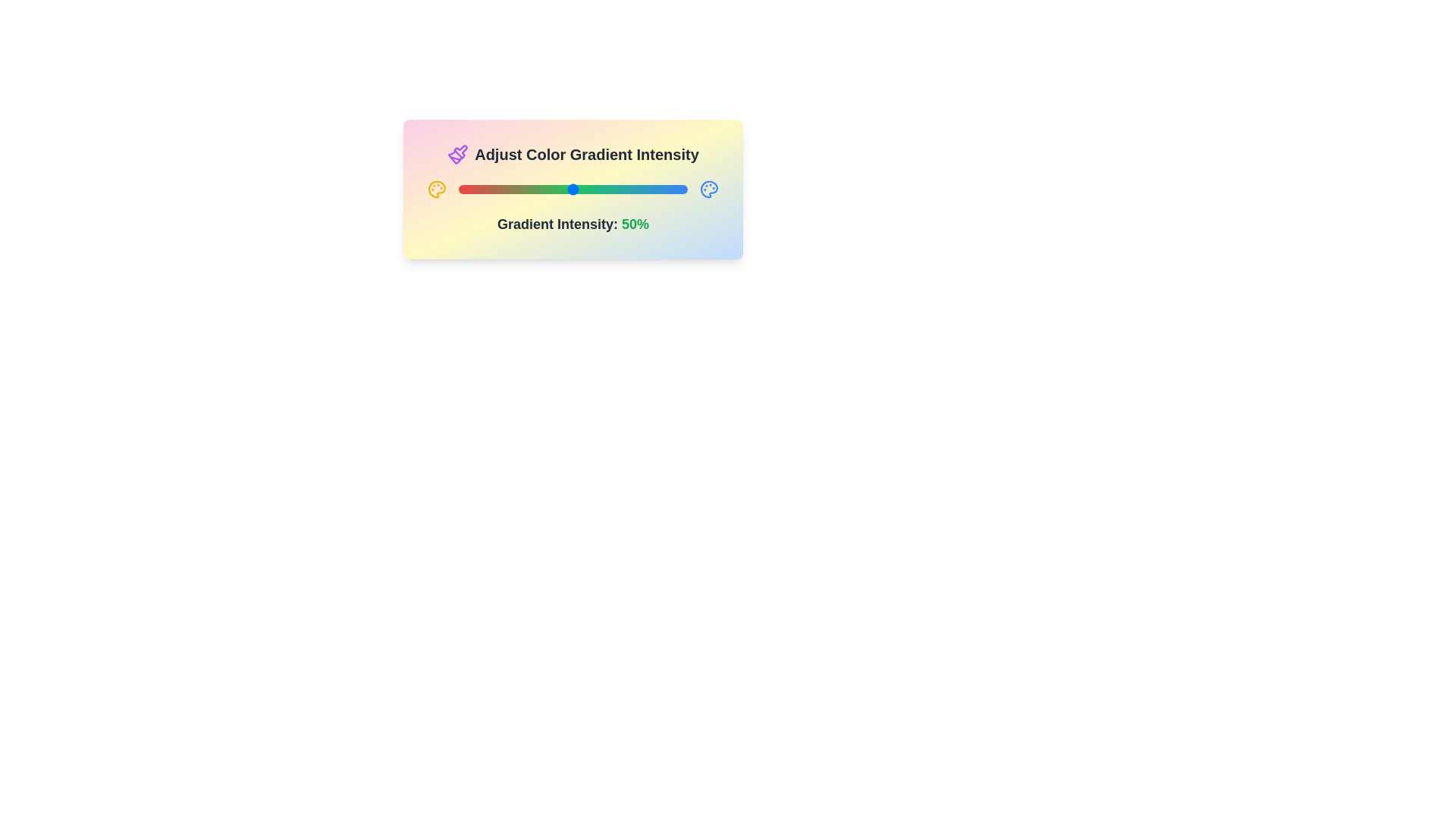 The width and height of the screenshot is (1456, 819). Describe the element at coordinates (708, 189) in the screenshot. I see `the right_palette icon to trigger its interaction` at that location.